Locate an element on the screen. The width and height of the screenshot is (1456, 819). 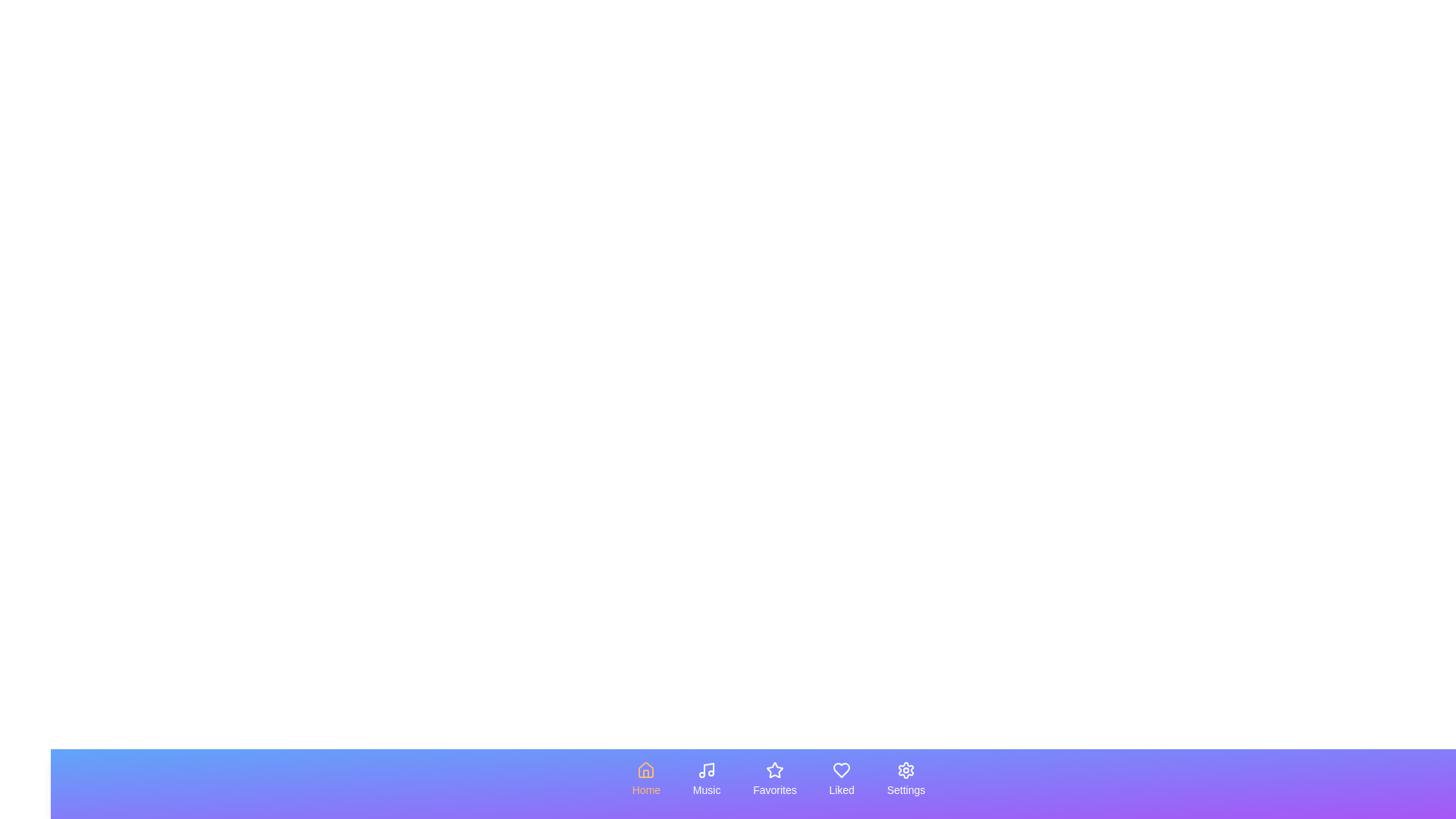
the tab labeled Home to observe its visual feedback is located at coordinates (645, 780).